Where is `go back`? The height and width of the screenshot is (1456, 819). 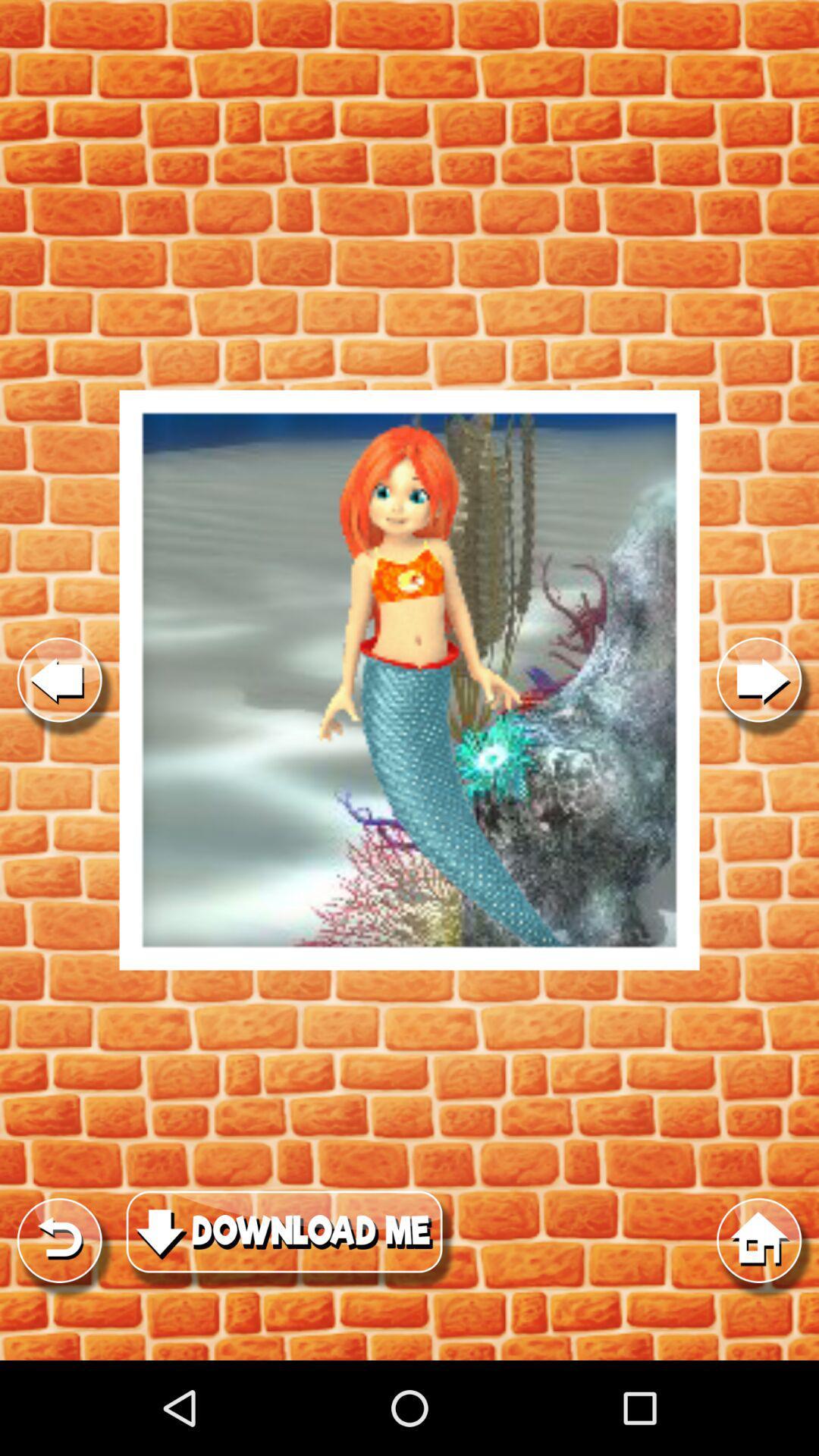 go back is located at coordinates (58, 679).